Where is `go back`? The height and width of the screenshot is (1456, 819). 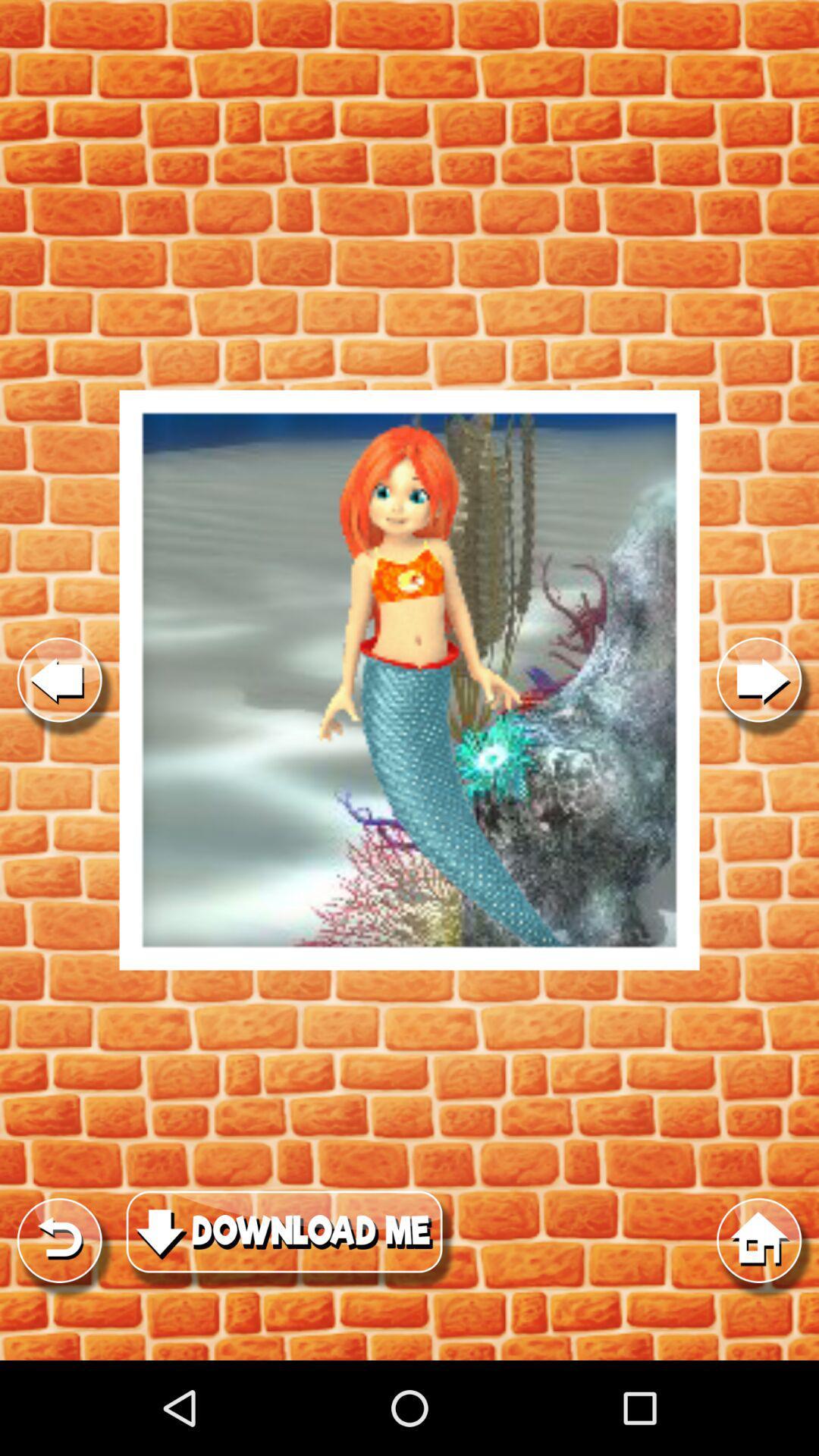 go back is located at coordinates (58, 679).